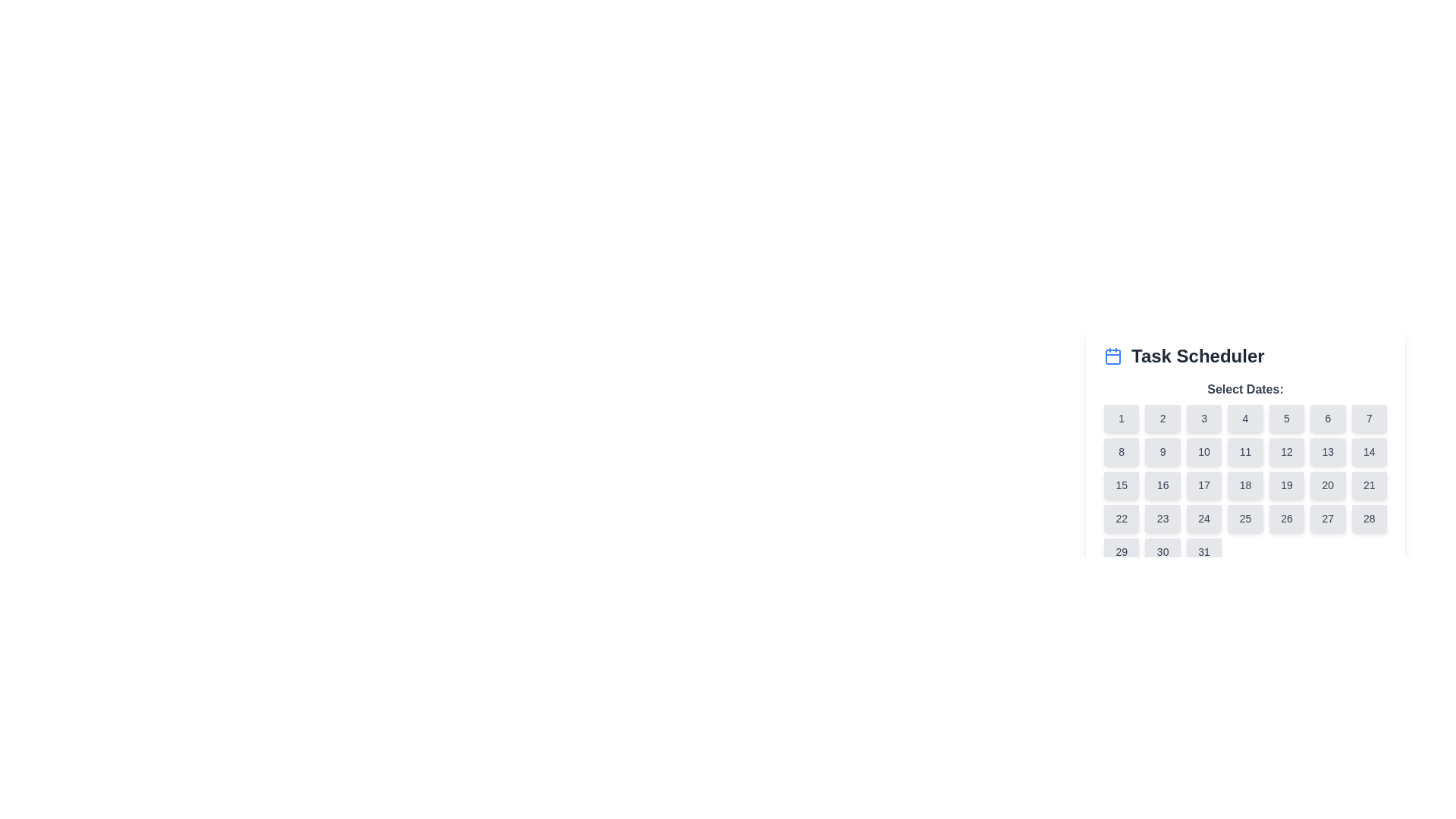  What do you see at coordinates (1162, 485) in the screenshot?
I see `the button representing the date '16' in the calendar interface` at bounding box center [1162, 485].